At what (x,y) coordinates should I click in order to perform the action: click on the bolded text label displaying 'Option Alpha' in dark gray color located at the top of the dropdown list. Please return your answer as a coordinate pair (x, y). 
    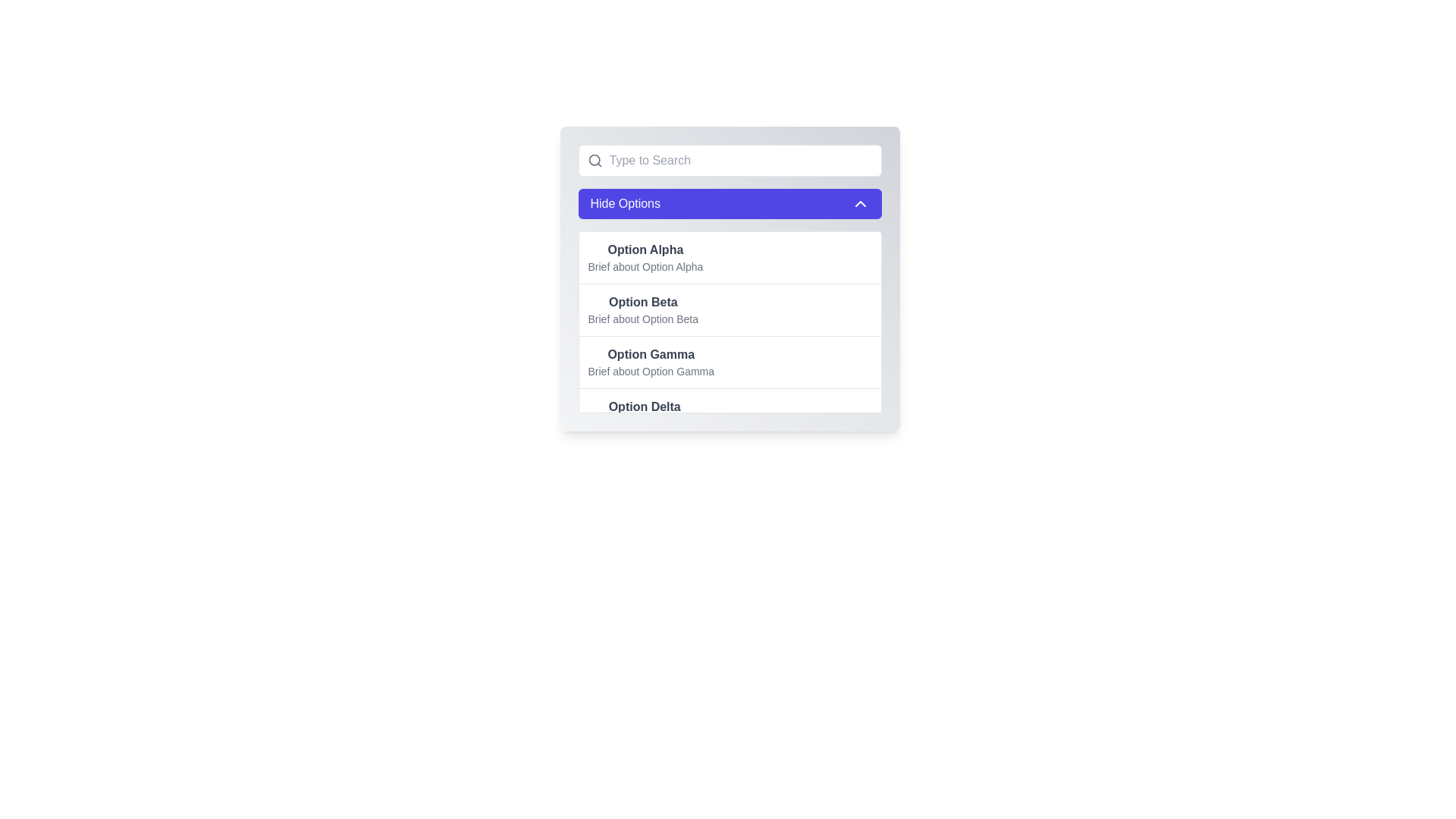
    Looking at the image, I should click on (645, 249).